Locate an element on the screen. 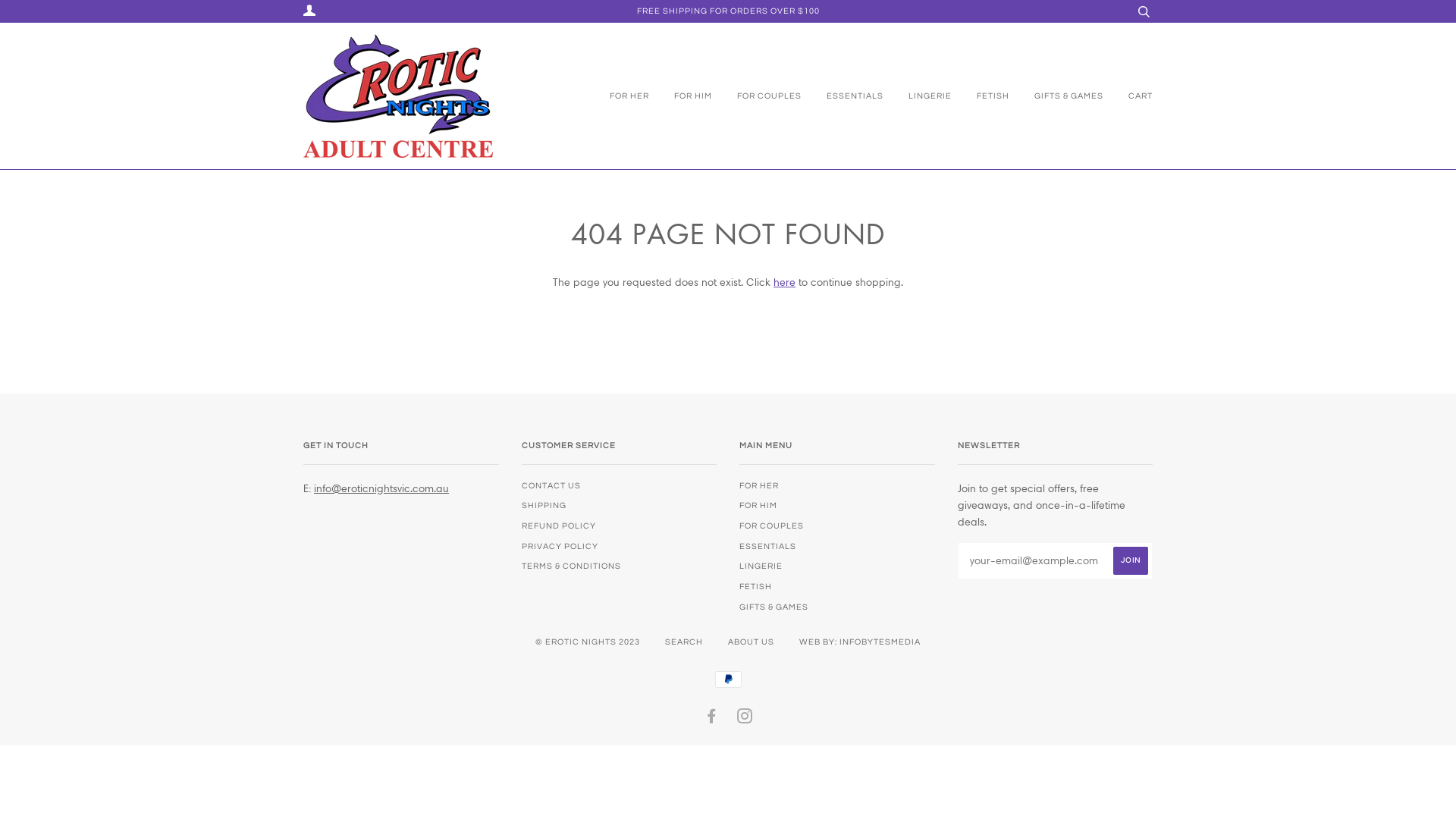 This screenshot has width=1456, height=819. 'FOR COUPLES' is located at coordinates (713, 96).